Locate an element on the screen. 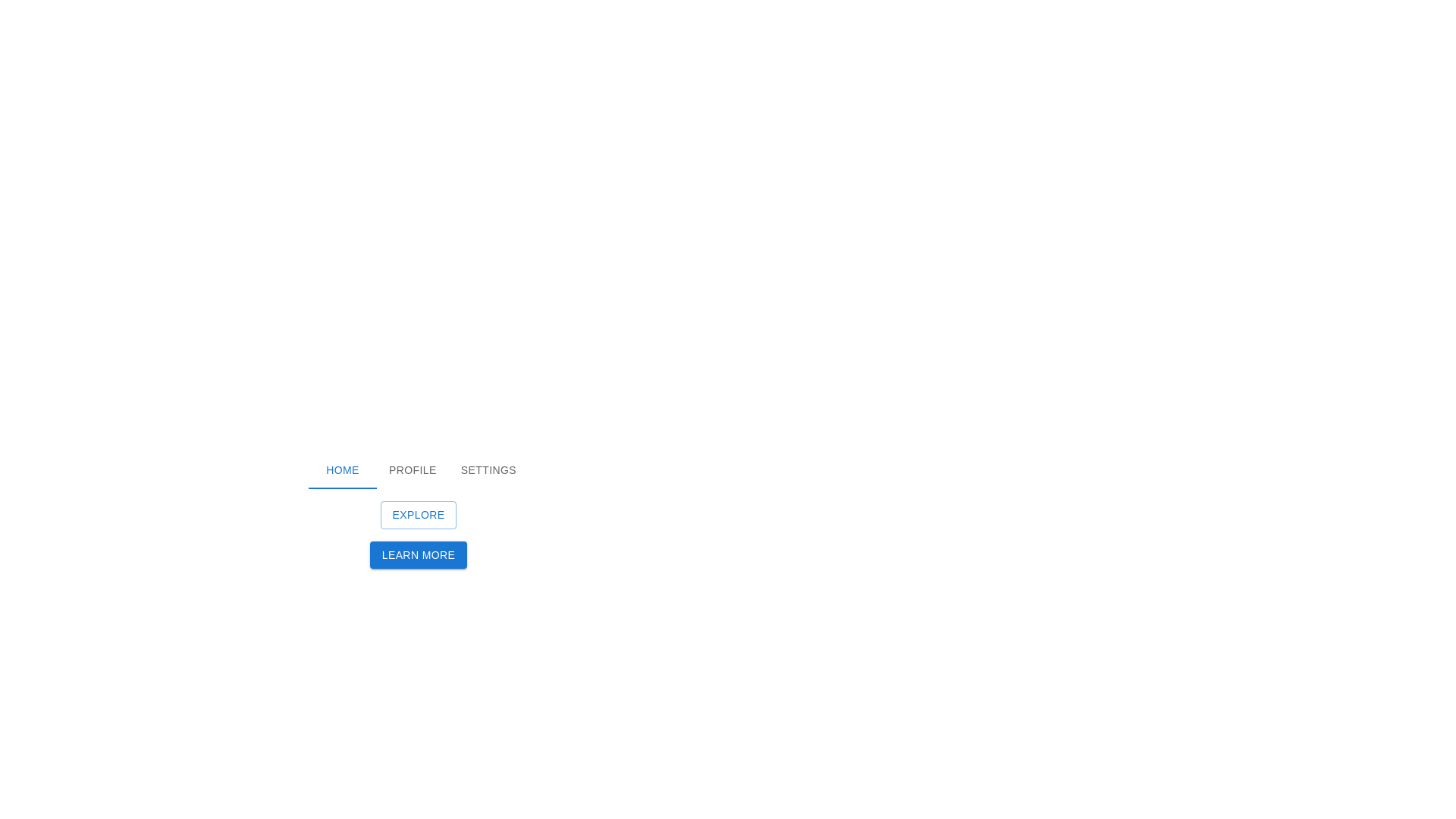 Image resolution: width=1456 pixels, height=819 pixels. the 'Settings' tab button, which is the third button in a horizontal layout of three items labeled 'Home', 'Profile', and 'Settings' is located at coordinates (488, 470).